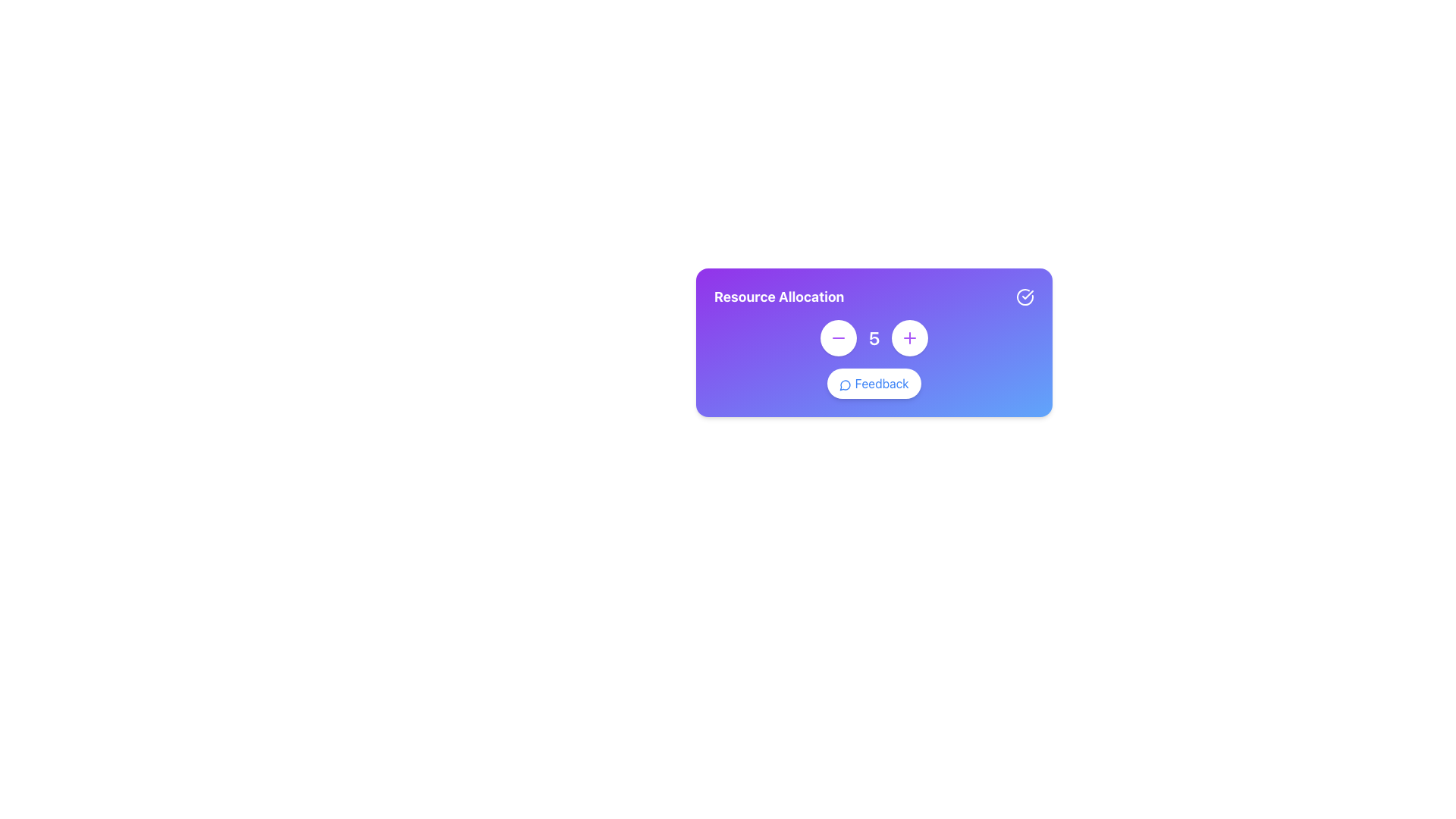 The image size is (1456, 819). What do you see at coordinates (1025, 297) in the screenshot?
I see `the success indicator icon located in the top-right corner of the 'Resource Allocation' module to acknowledge the completion status` at bounding box center [1025, 297].